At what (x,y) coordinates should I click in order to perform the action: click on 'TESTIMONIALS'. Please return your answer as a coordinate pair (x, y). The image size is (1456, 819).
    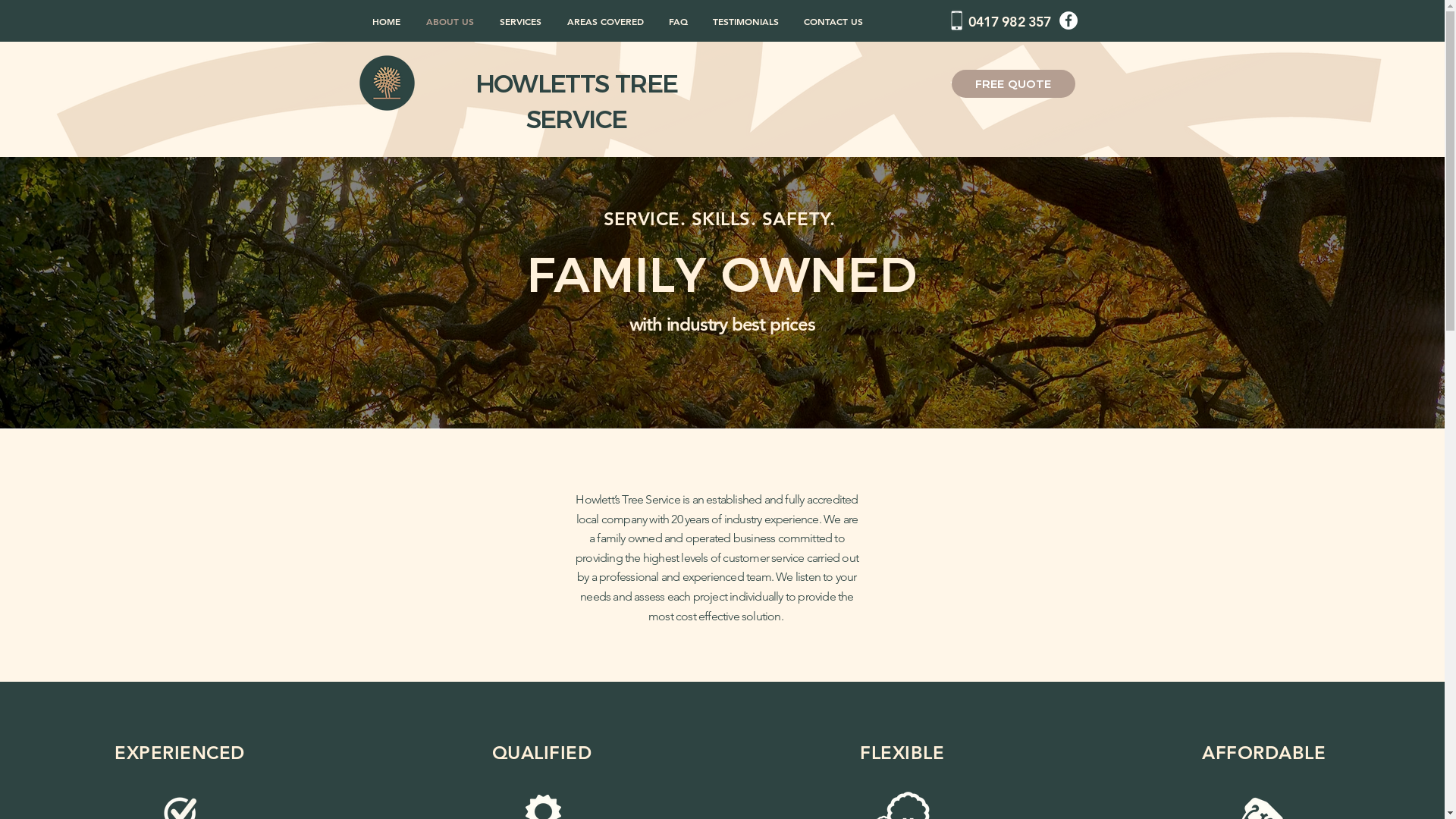
    Looking at the image, I should click on (745, 21).